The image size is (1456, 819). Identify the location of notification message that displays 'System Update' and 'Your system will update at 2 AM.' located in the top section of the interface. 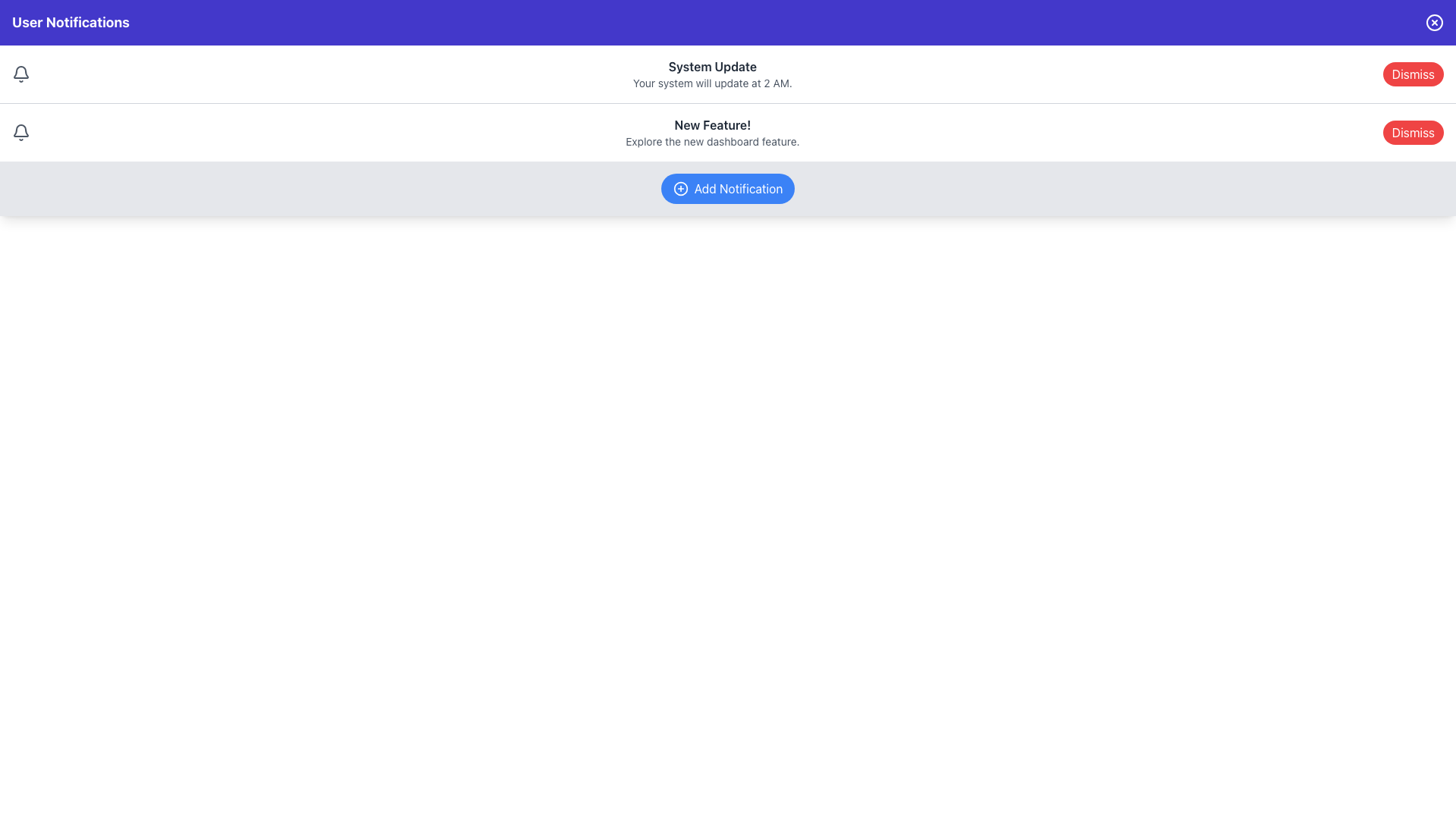
(711, 74).